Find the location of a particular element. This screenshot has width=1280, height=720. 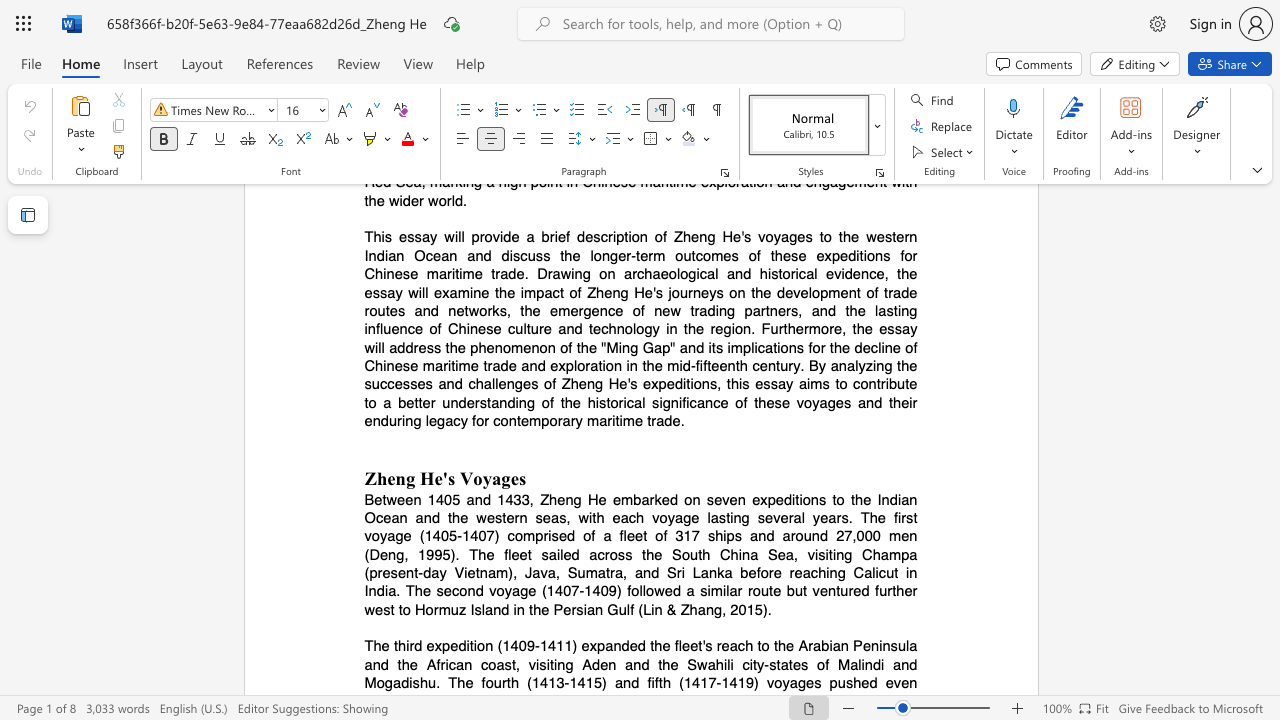

the subset text "he" within the text "The third expedition (1409-1411) expanded the fleet" is located at coordinates (853, 682).